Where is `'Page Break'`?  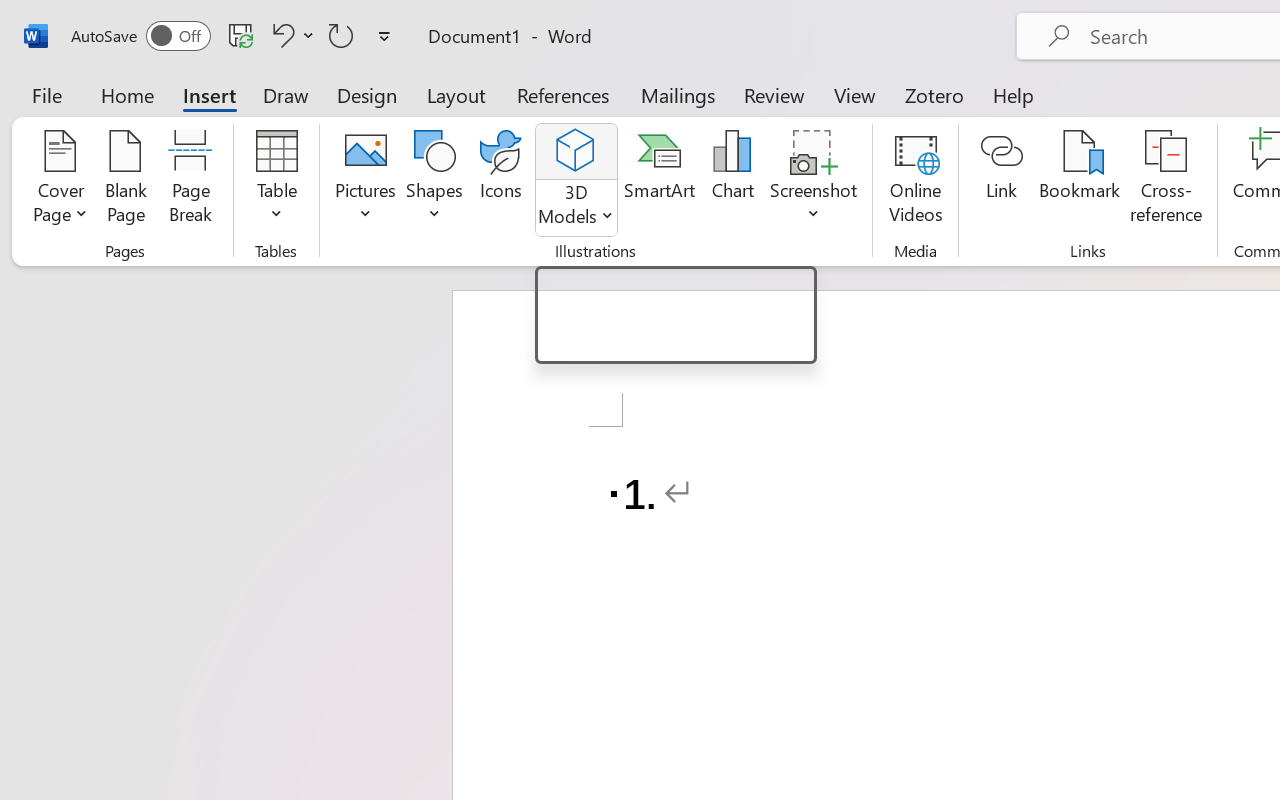 'Page Break' is located at coordinates (190, 179).